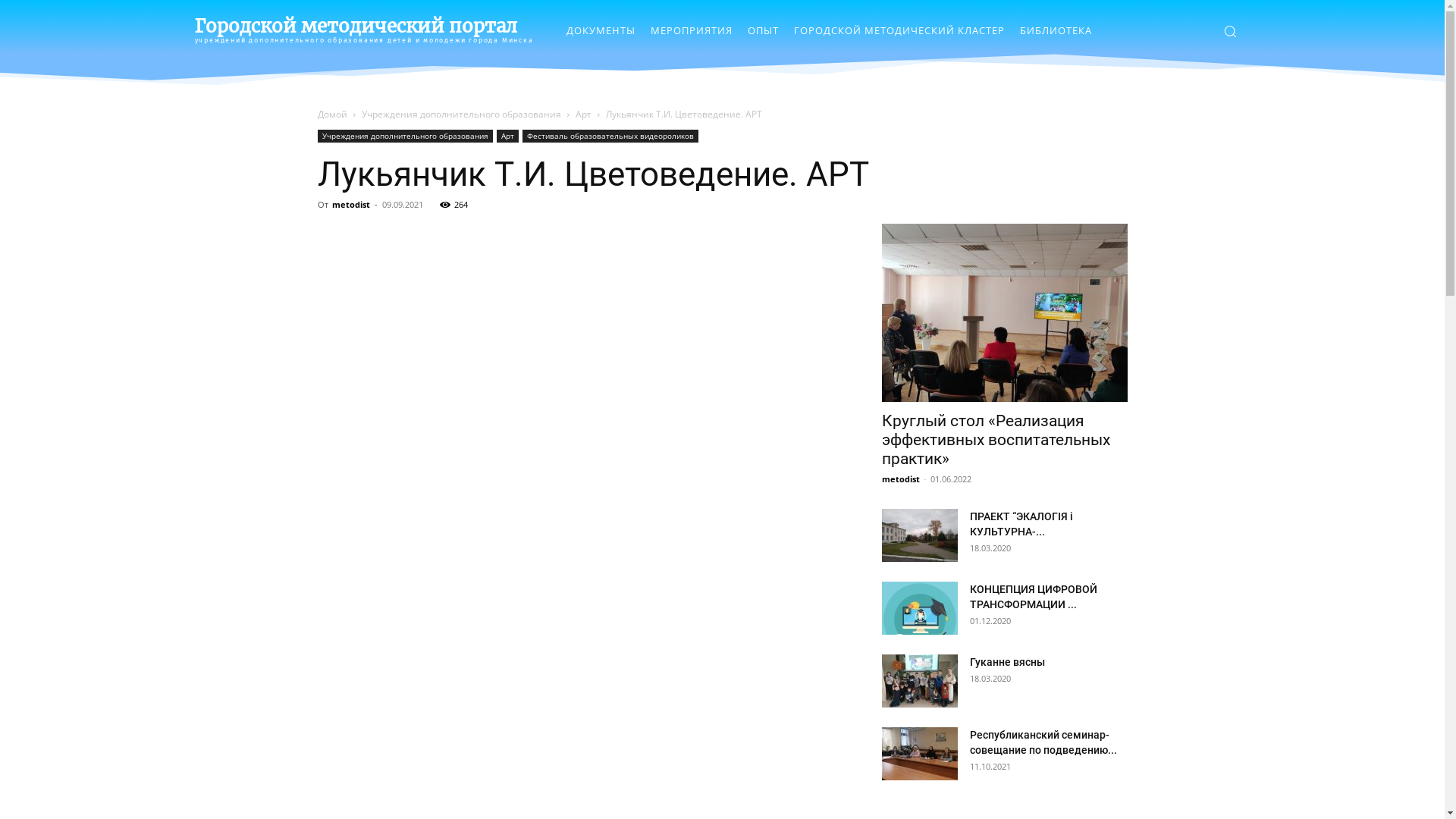  Describe the element at coordinates (350, 203) in the screenshot. I see `'metodist'` at that location.